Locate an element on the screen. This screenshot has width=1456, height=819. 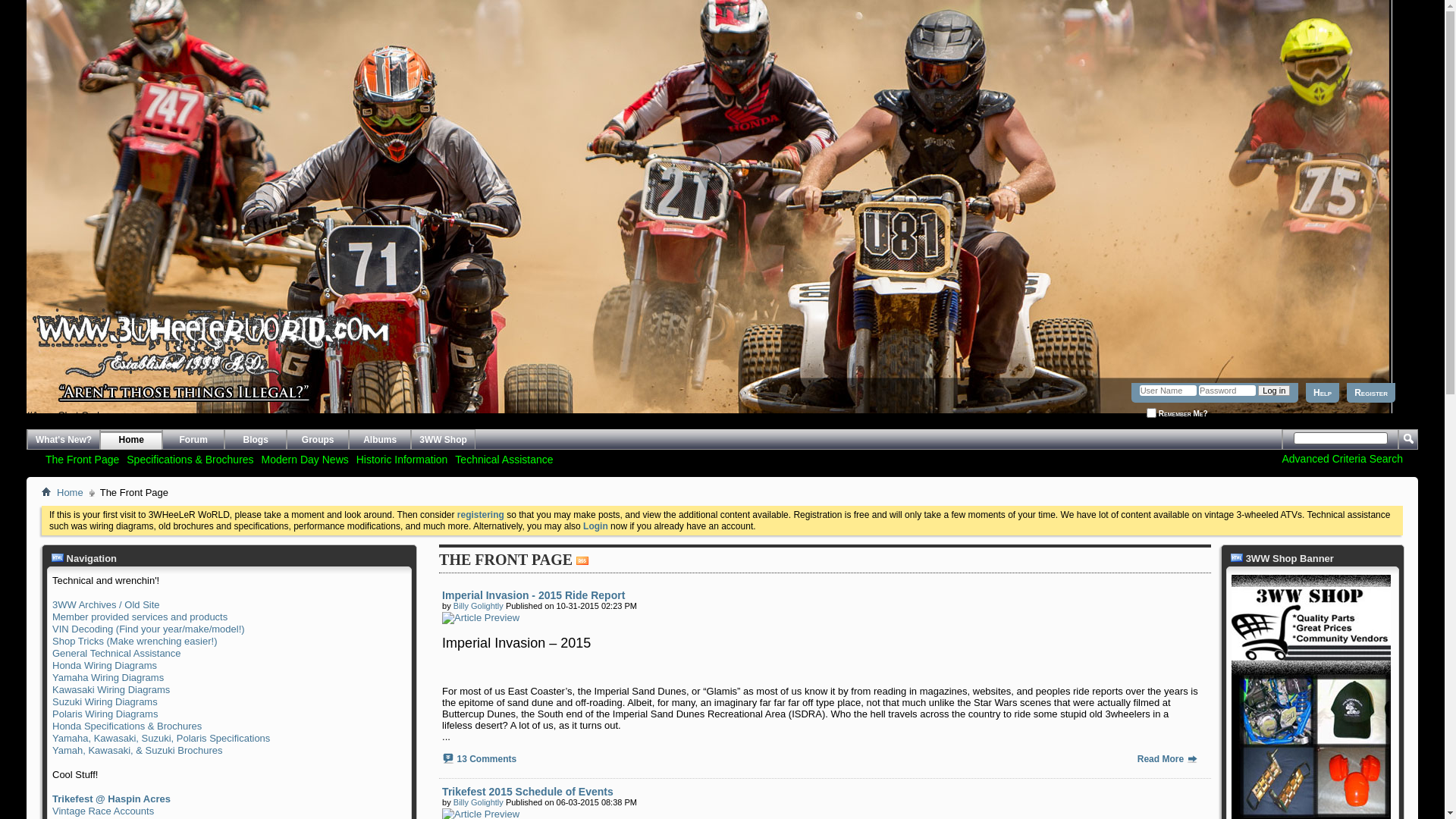
'Yamaha Wiring Diagrams' is located at coordinates (107, 676).